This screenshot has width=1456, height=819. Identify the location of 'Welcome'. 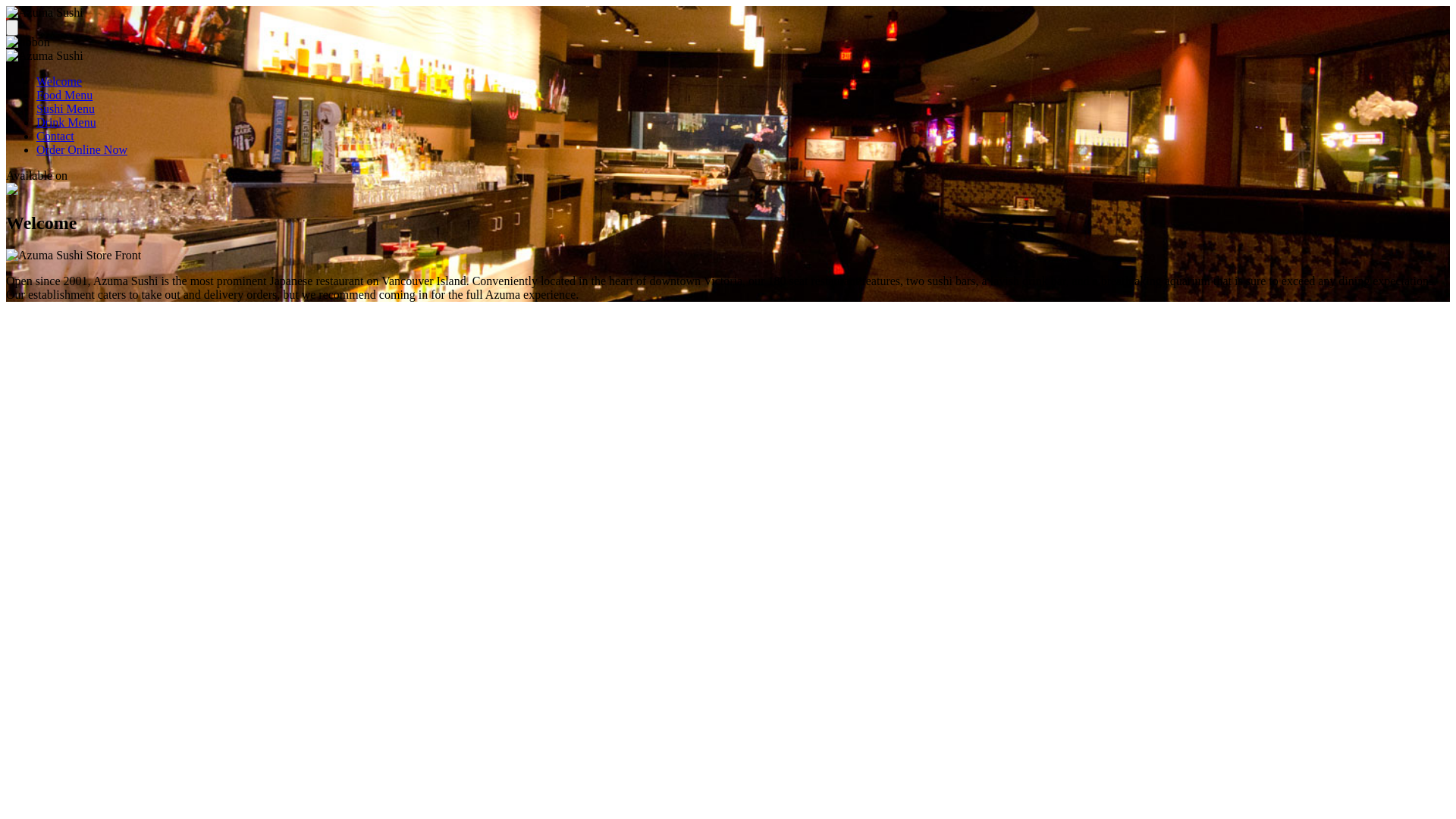
(36, 81).